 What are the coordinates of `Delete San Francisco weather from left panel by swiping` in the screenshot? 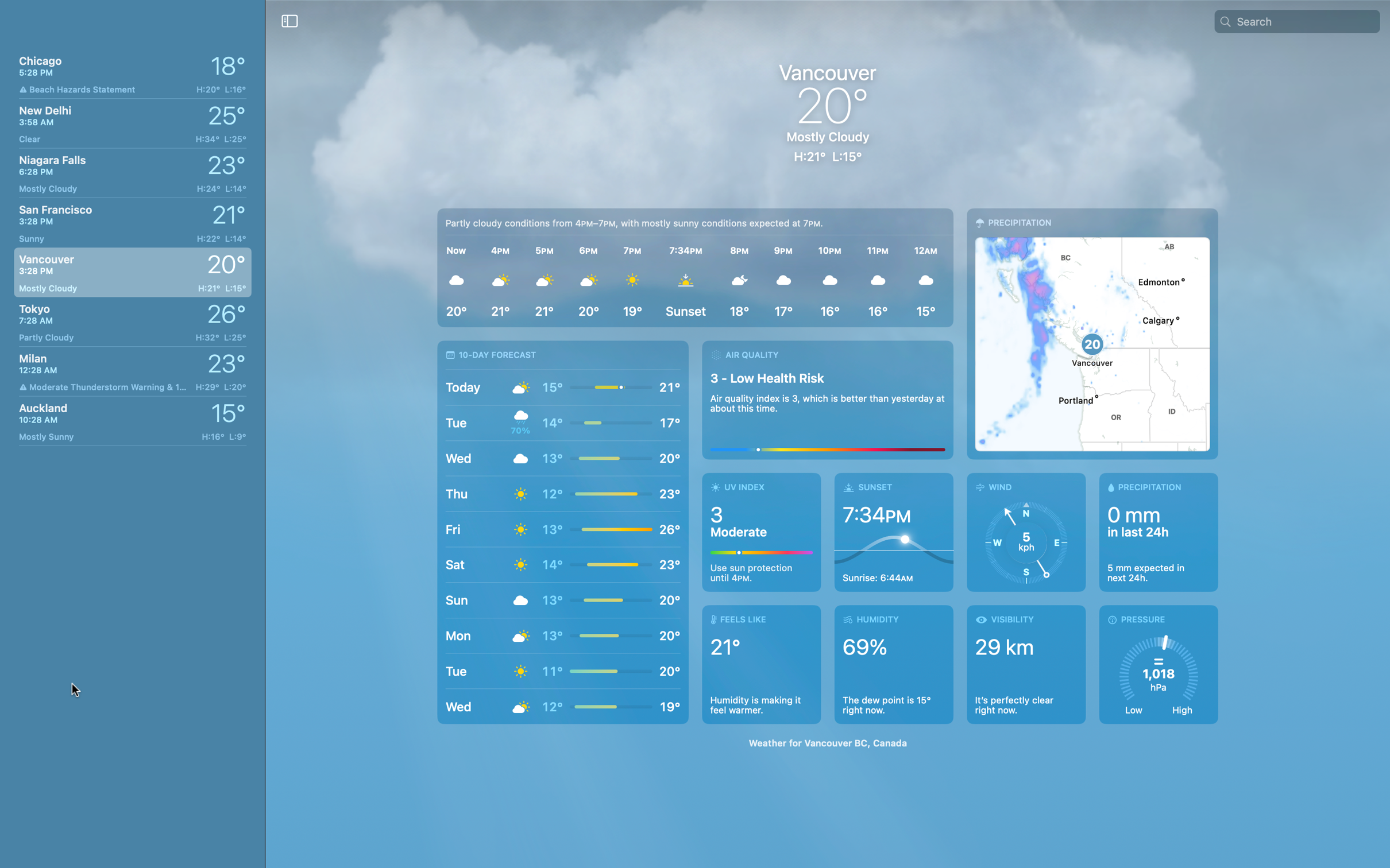 It's located at (439240, 460908).